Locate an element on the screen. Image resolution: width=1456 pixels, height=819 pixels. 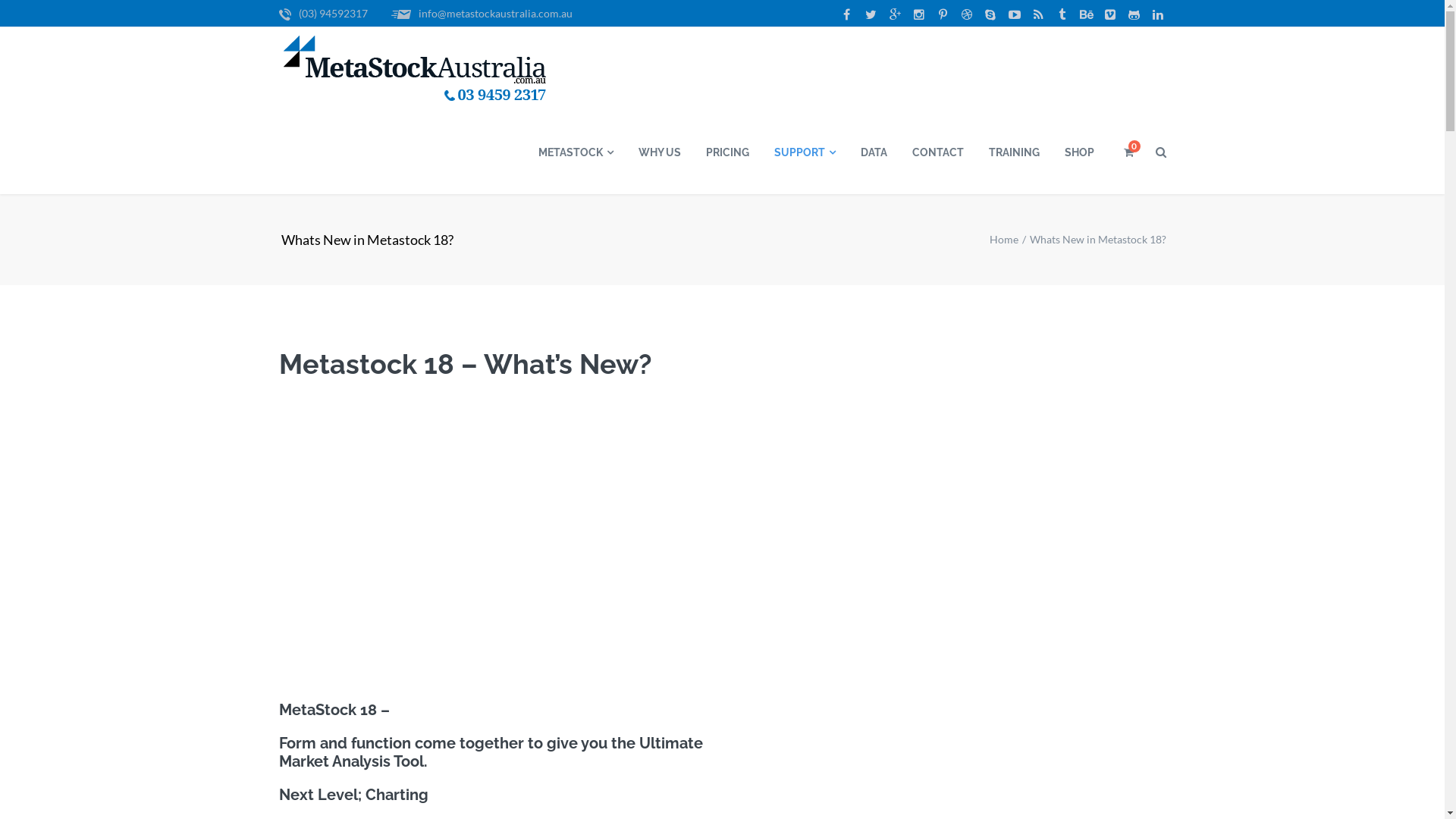
'Home' is located at coordinates (1003, 239).